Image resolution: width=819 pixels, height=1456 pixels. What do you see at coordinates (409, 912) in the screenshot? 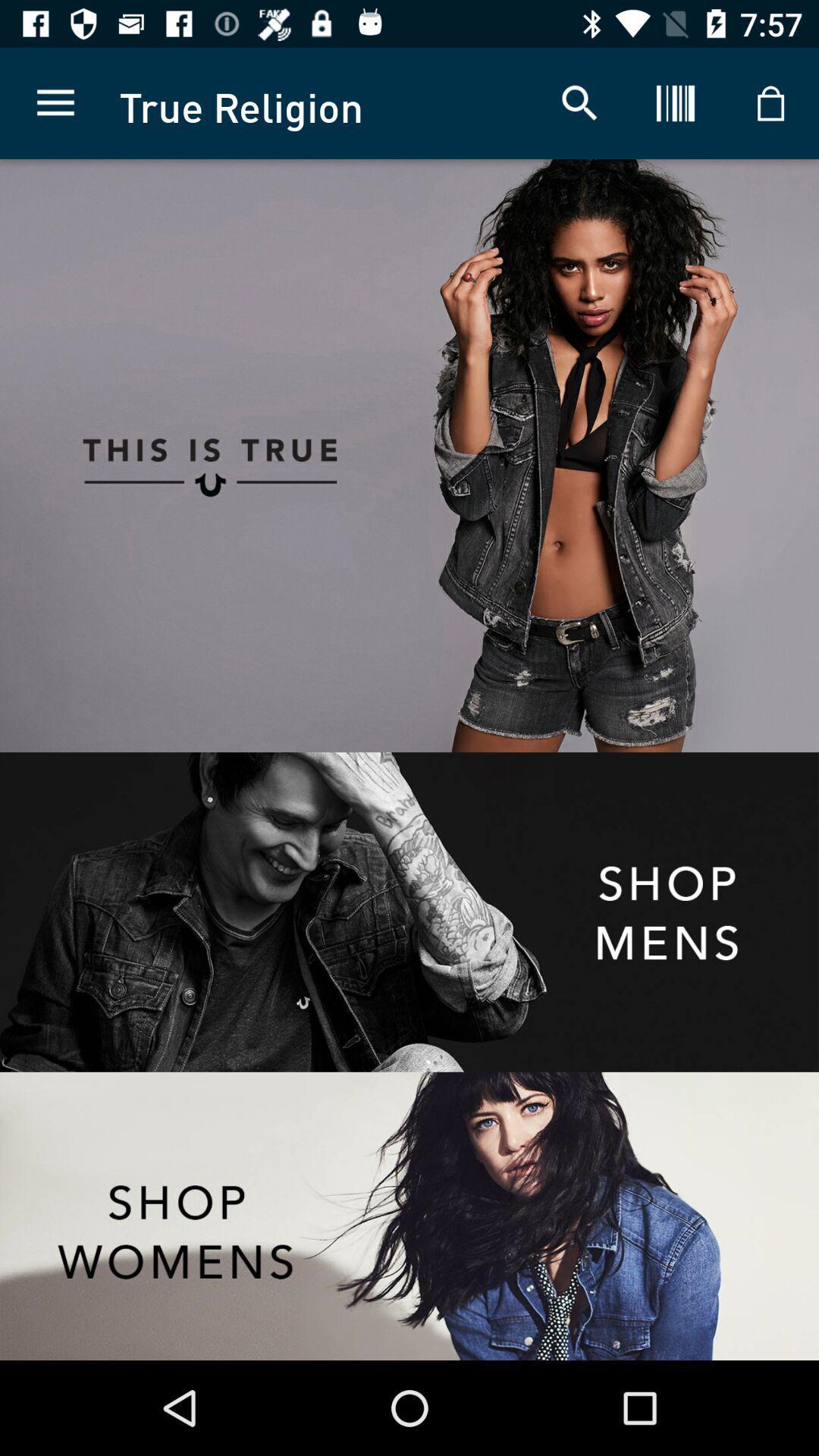
I see `open specific app menu` at bounding box center [409, 912].